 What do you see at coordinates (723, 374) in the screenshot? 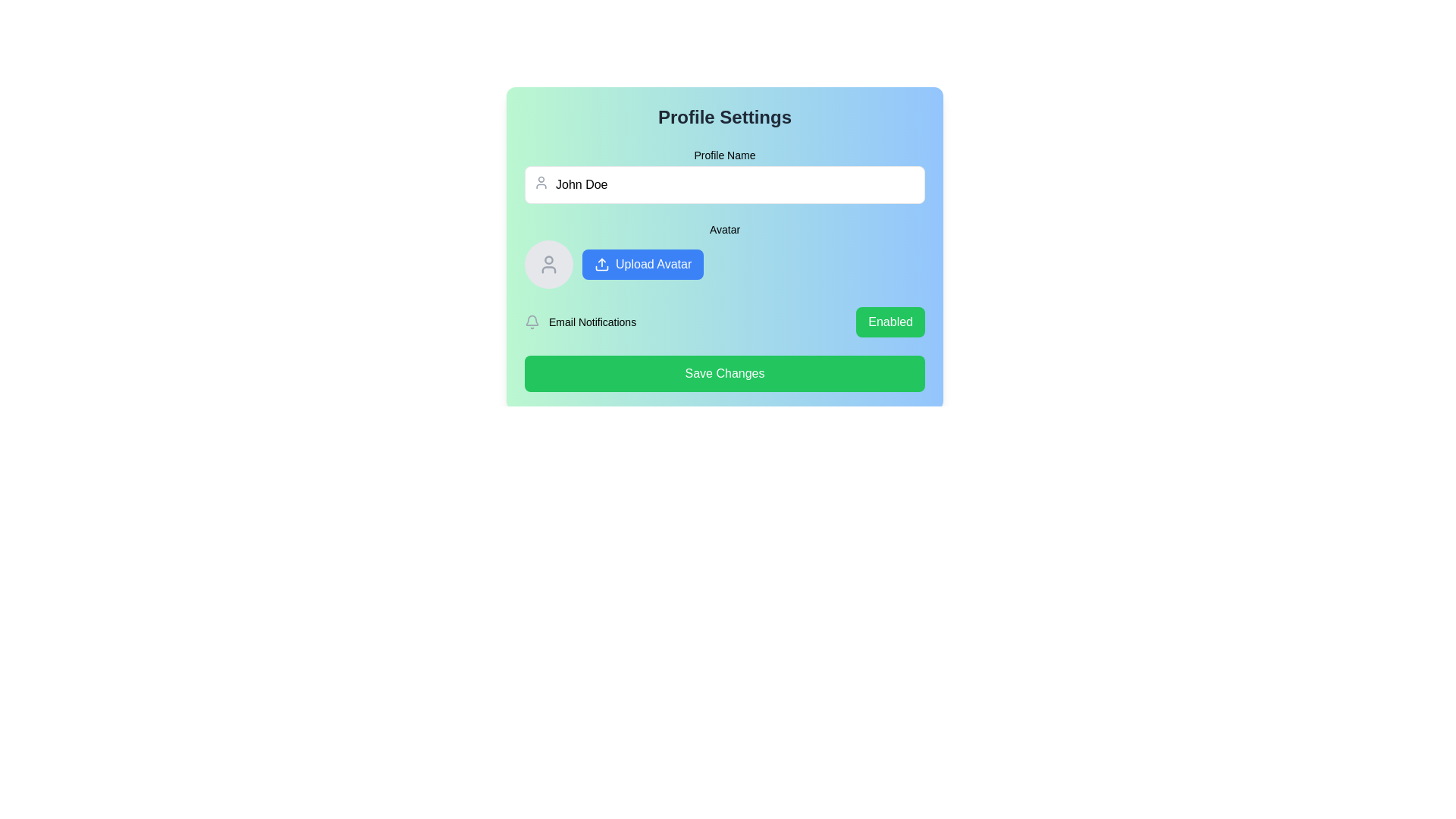
I see `the 'Save Changes' button located at the bottom of the 'Profile Settings' section, directly beneath 'Email Notifications', to apply and save the changes made to the profile settings` at bounding box center [723, 374].